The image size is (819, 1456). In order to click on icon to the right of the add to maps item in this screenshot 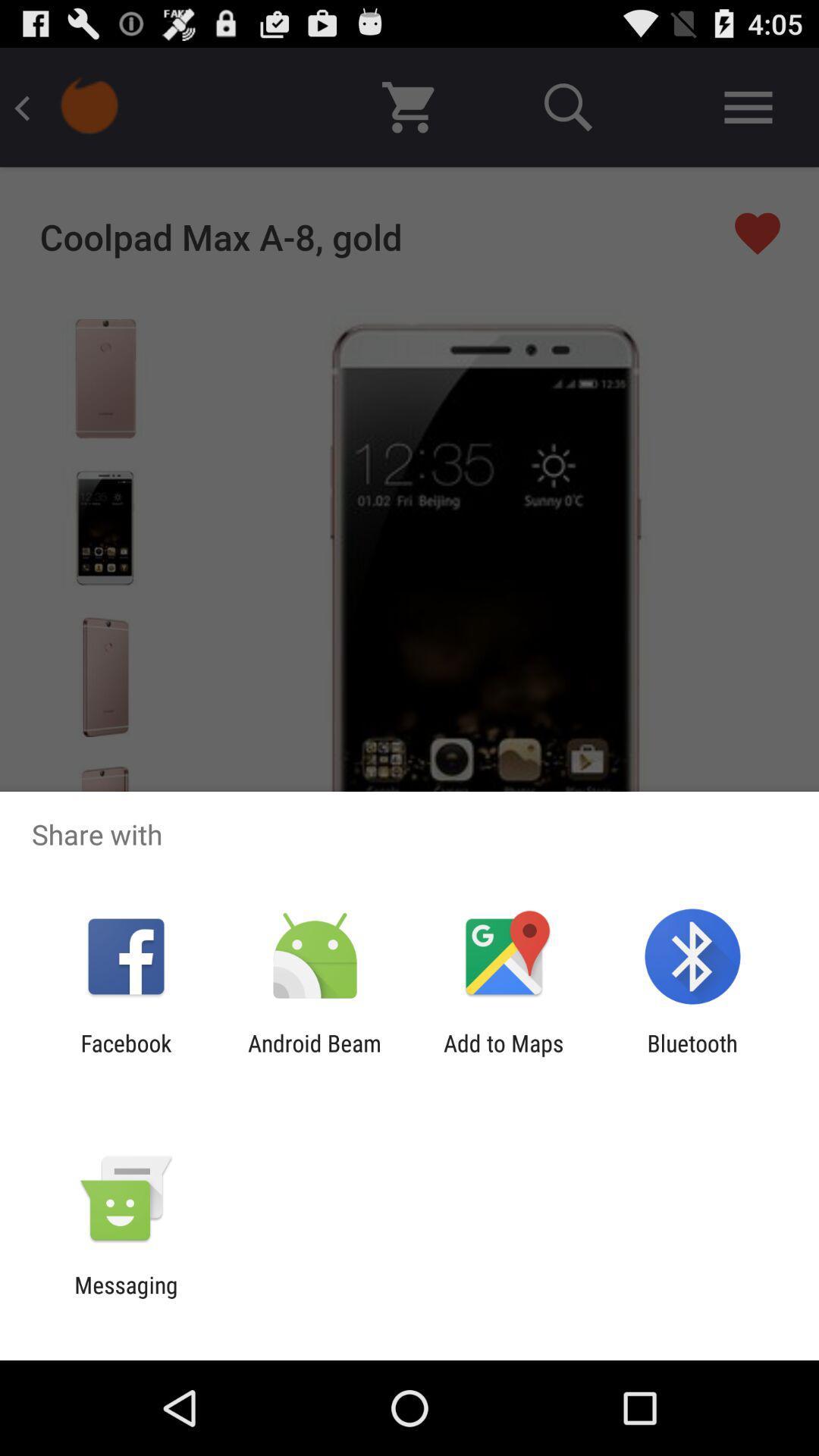, I will do `click(692, 1056)`.